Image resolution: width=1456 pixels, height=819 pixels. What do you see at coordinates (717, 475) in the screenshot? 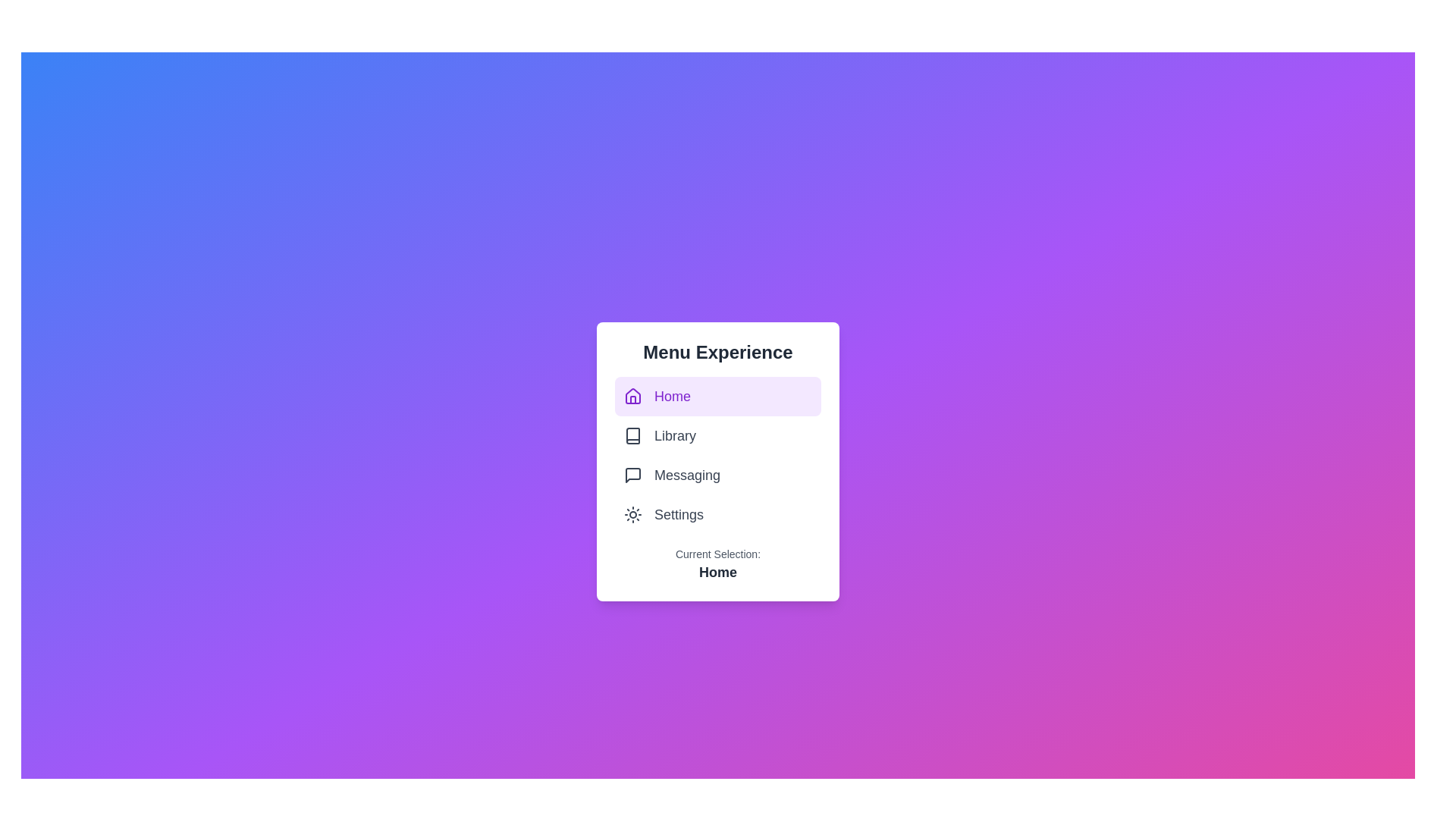
I see `the 'Messaging' menu item to select it` at bounding box center [717, 475].